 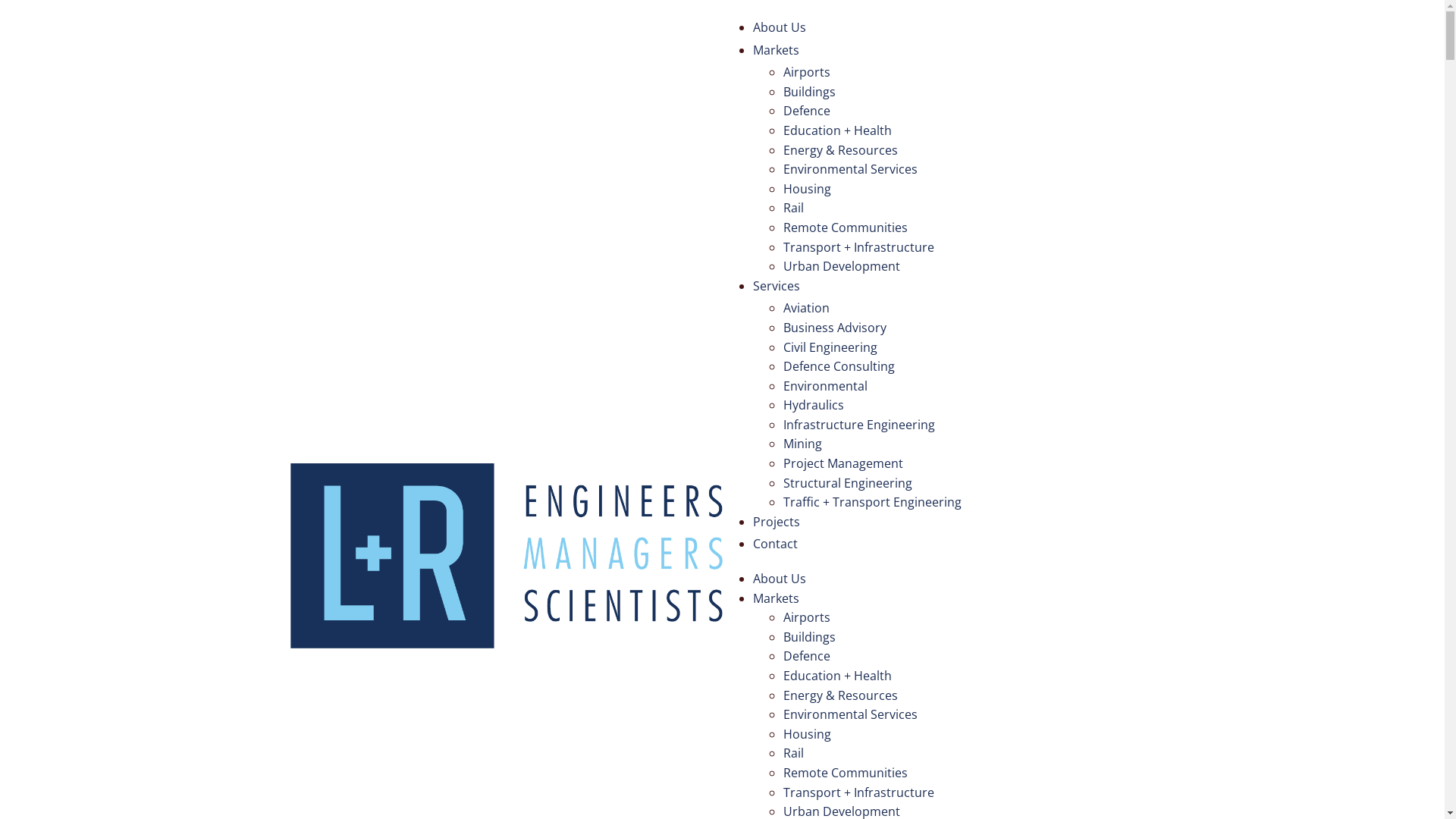 I want to click on 'Defence Consulting', so click(x=783, y=366).